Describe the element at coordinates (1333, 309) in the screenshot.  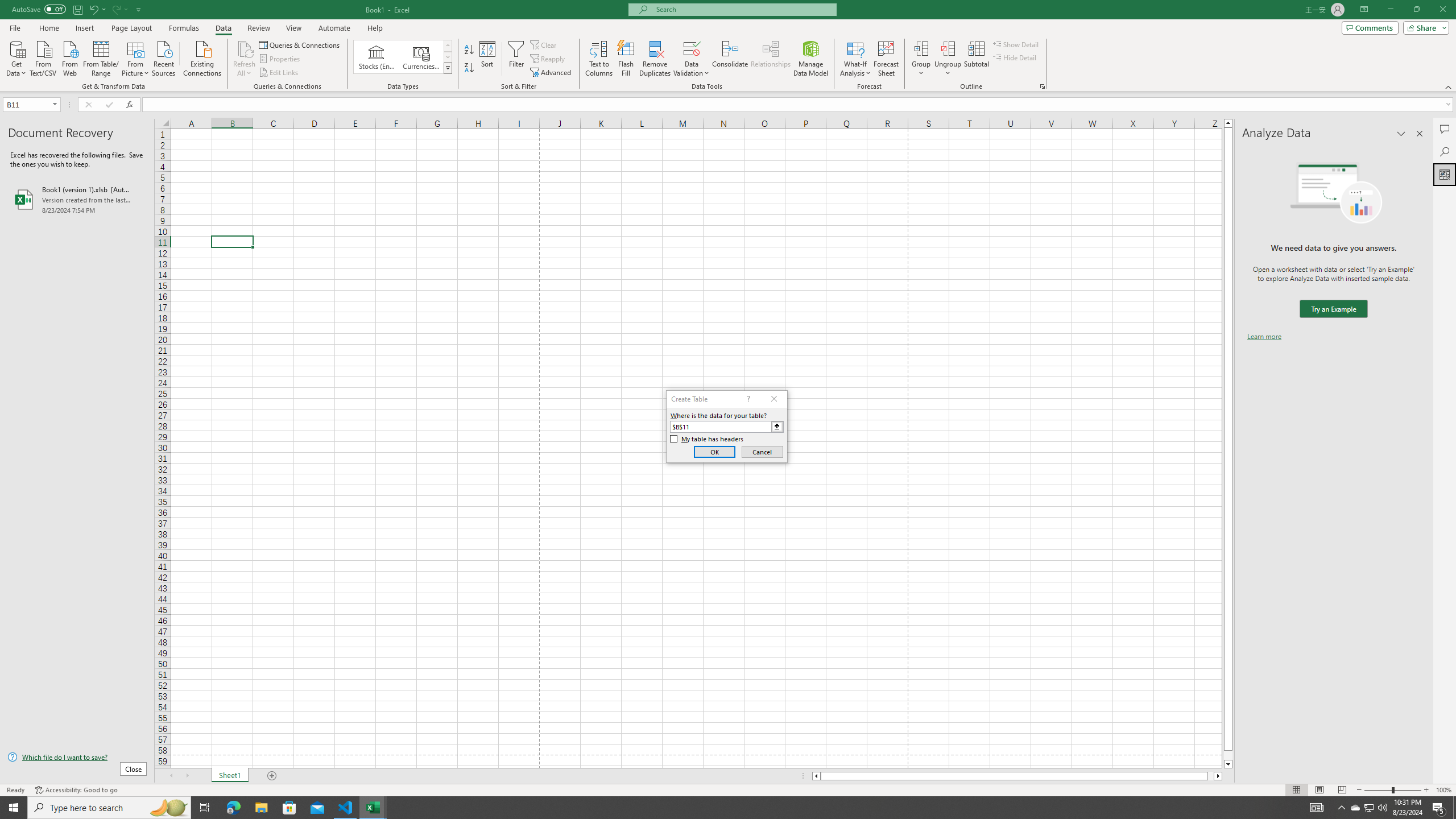
I see `'We need data to give you answers. Try an Example'` at that location.